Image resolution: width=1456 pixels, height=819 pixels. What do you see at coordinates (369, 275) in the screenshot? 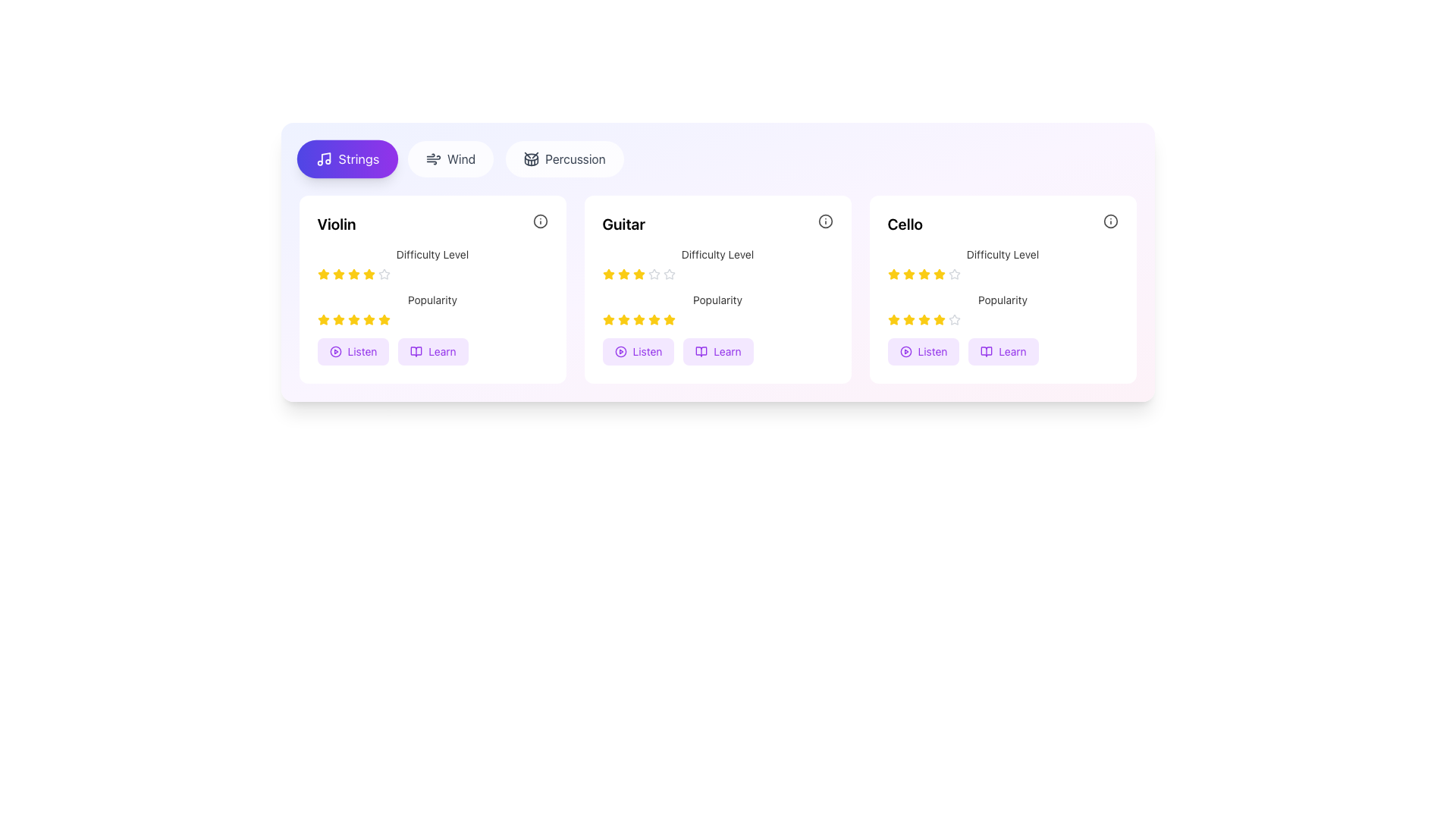
I see `the fifth star icon in the 'Difficulty Level' rating section of the 'Violin' card to modify the rating value` at bounding box center [369, 275].